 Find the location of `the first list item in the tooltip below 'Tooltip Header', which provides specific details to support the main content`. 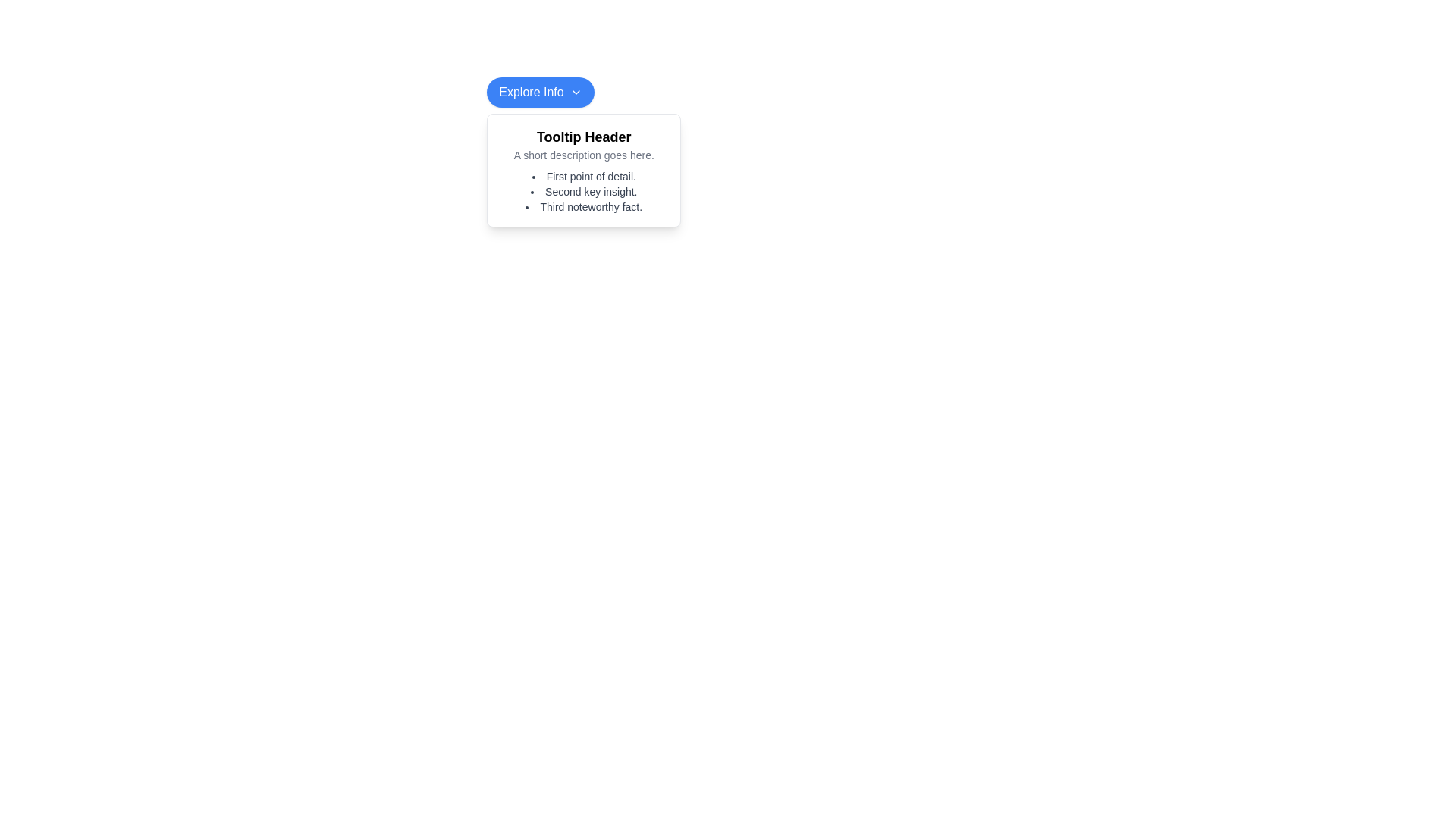

the first list item in the tooltip below 'Tooltip Header', which provides specific details to support the main content is located at coordinates (583, 175).